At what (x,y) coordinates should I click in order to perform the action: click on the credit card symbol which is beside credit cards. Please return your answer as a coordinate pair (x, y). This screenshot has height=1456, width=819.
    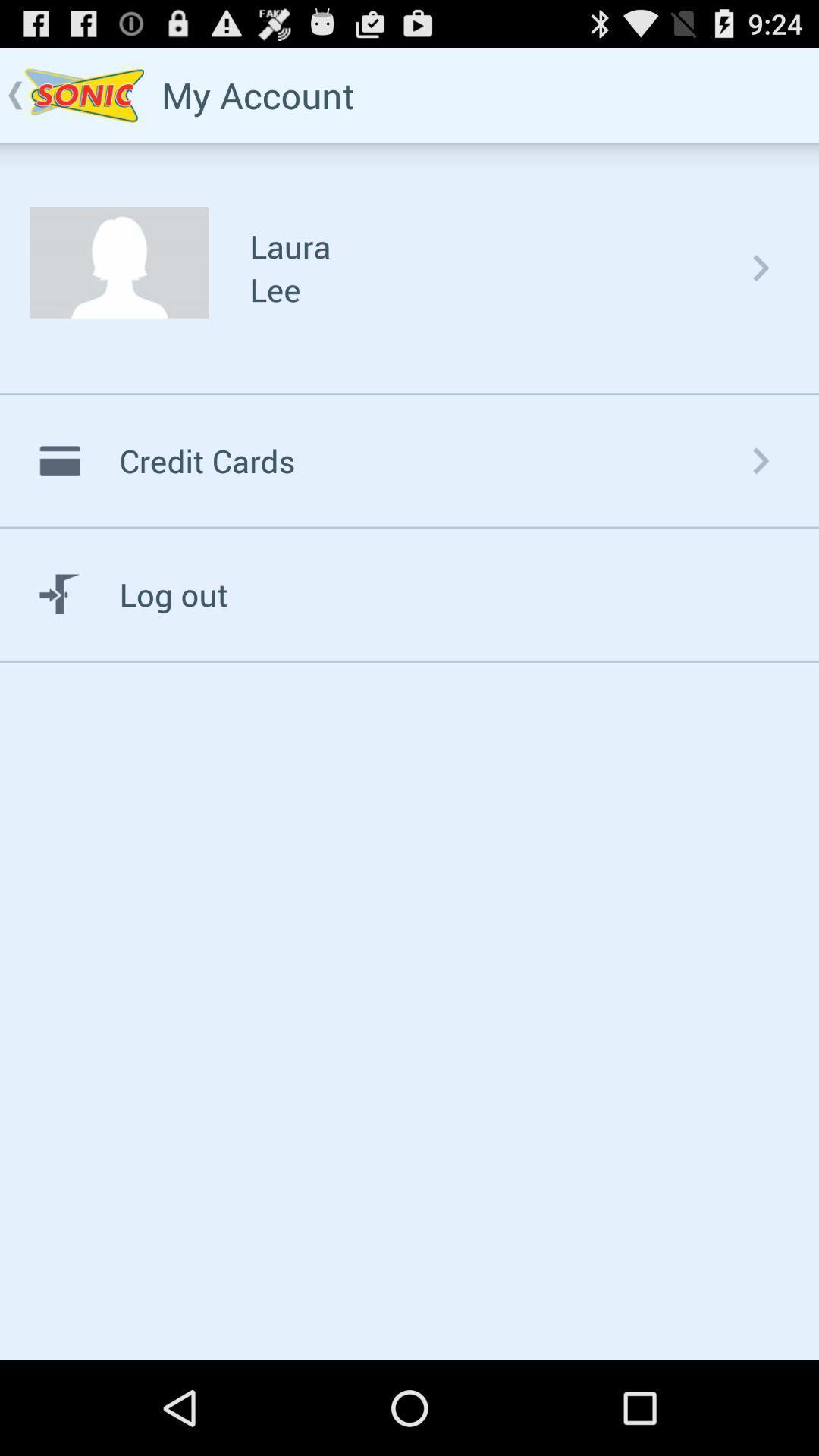
    Looking at the image, I should click on (58, 460).